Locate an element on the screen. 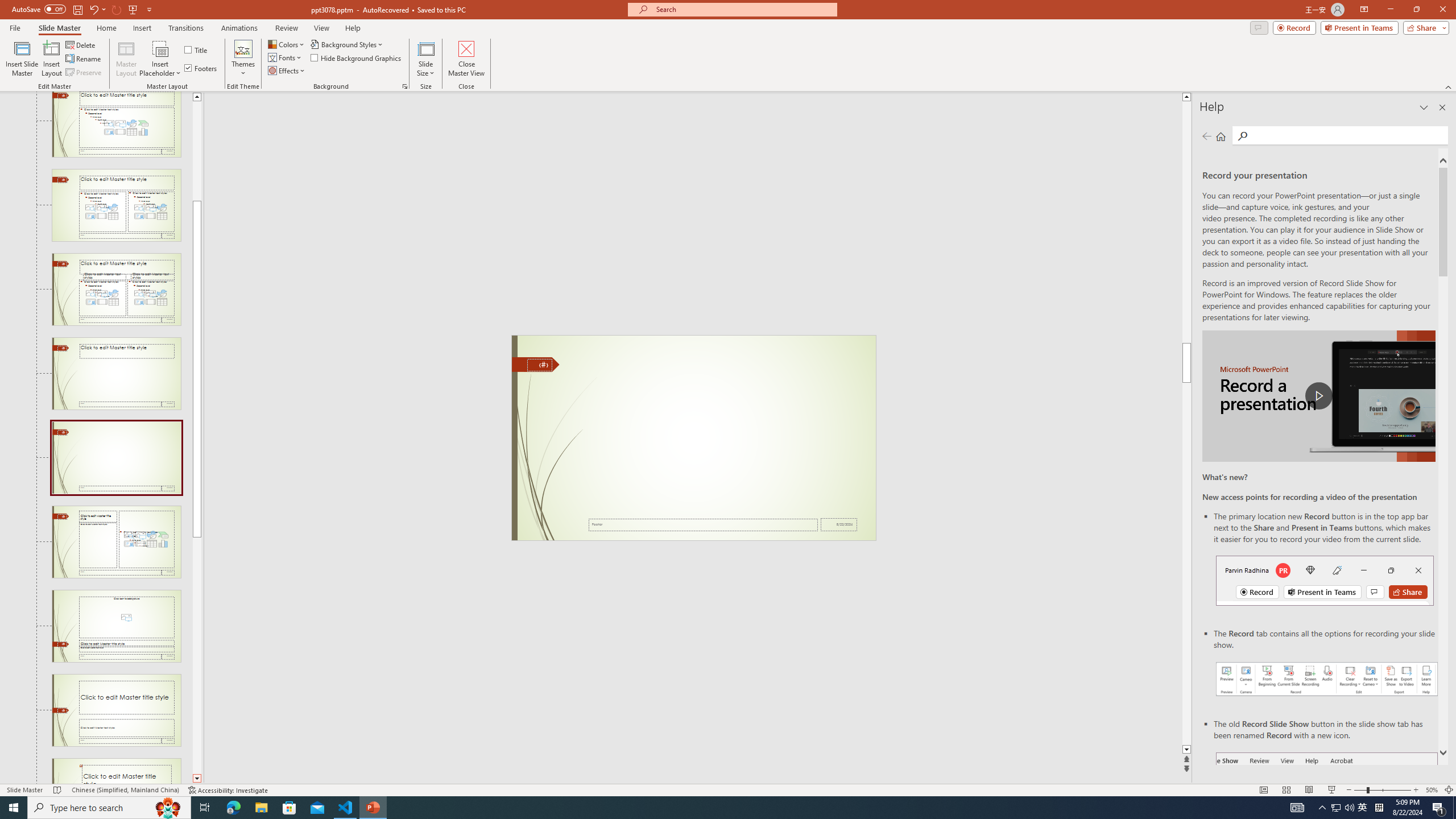 The image size is (1456, 819). 'Search' is located at coordinates (1347, 135).